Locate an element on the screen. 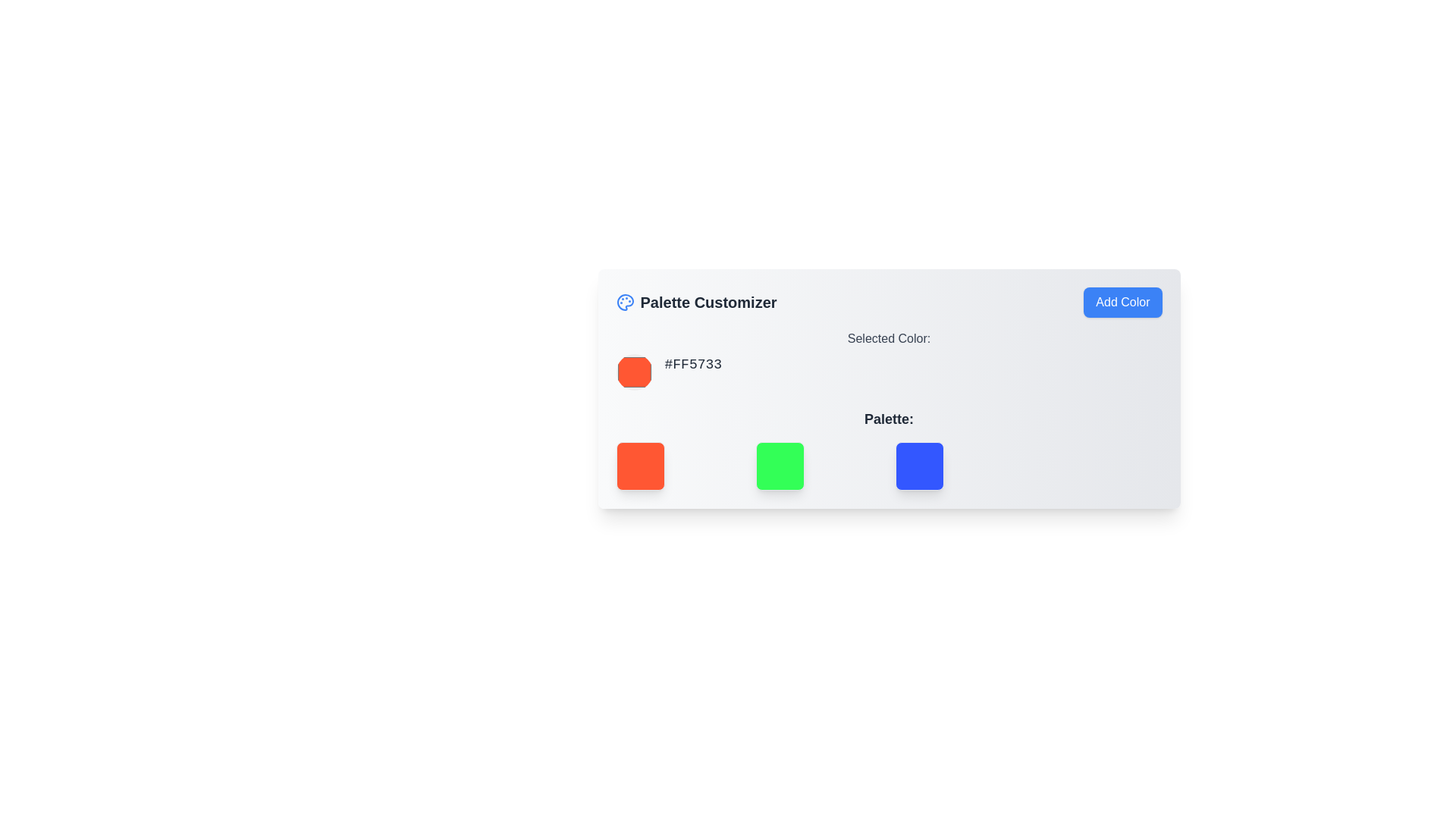 The height and width of the screenshot is (819, 1456). the text display element showing the color code '#FF5733', which is styled in gray and is positioned to the right of a circular color swatch in the 'Selected Color' section is located at coordinates (692, 372).